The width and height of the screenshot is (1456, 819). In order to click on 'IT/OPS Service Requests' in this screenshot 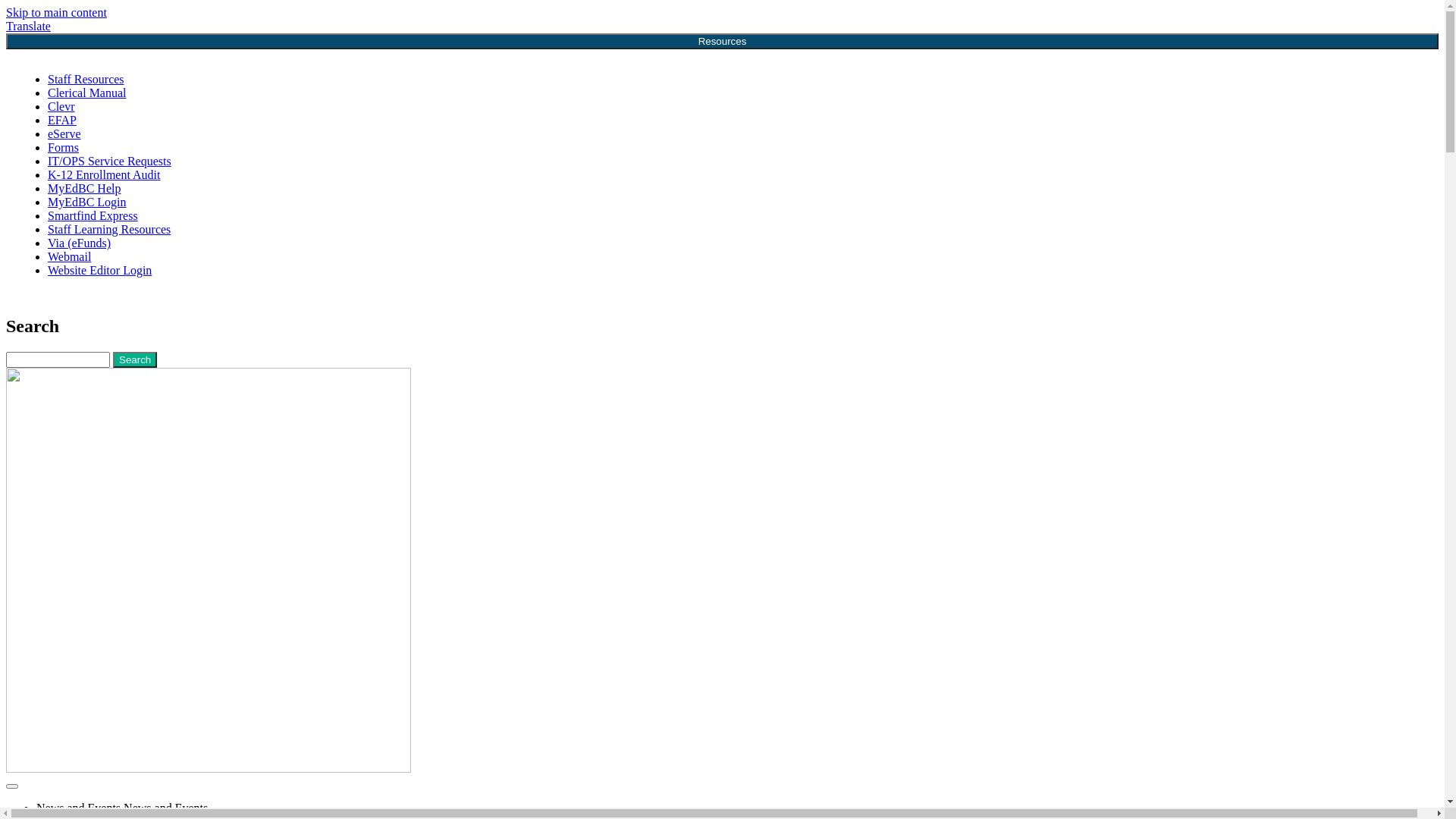, I will do `click(108, 161)`.